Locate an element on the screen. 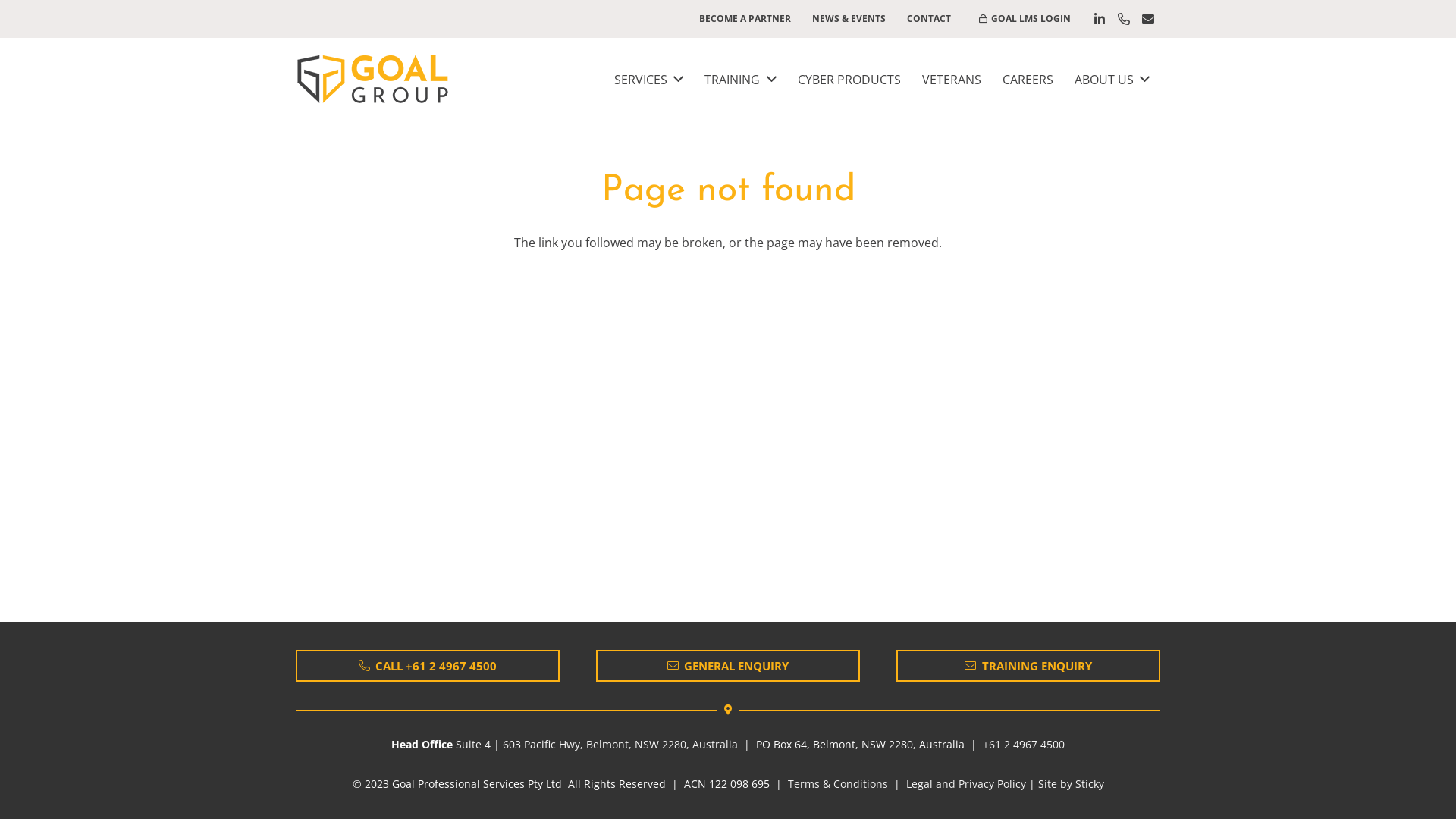  'SERVICES' is located at coordinates (648, 79).